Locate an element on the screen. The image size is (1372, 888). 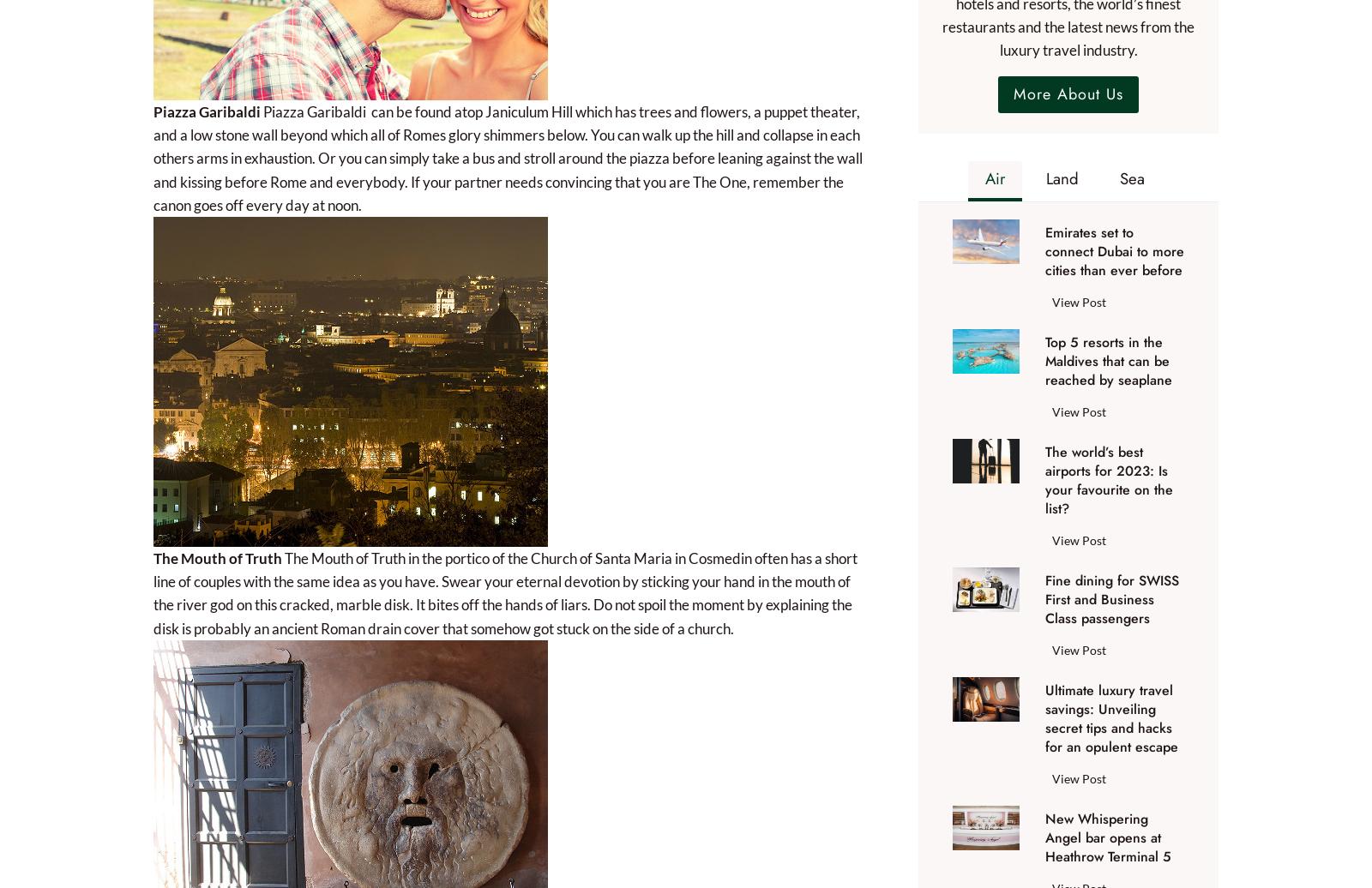
'The Mouth of Truth' is located at coordinates (218, 558).